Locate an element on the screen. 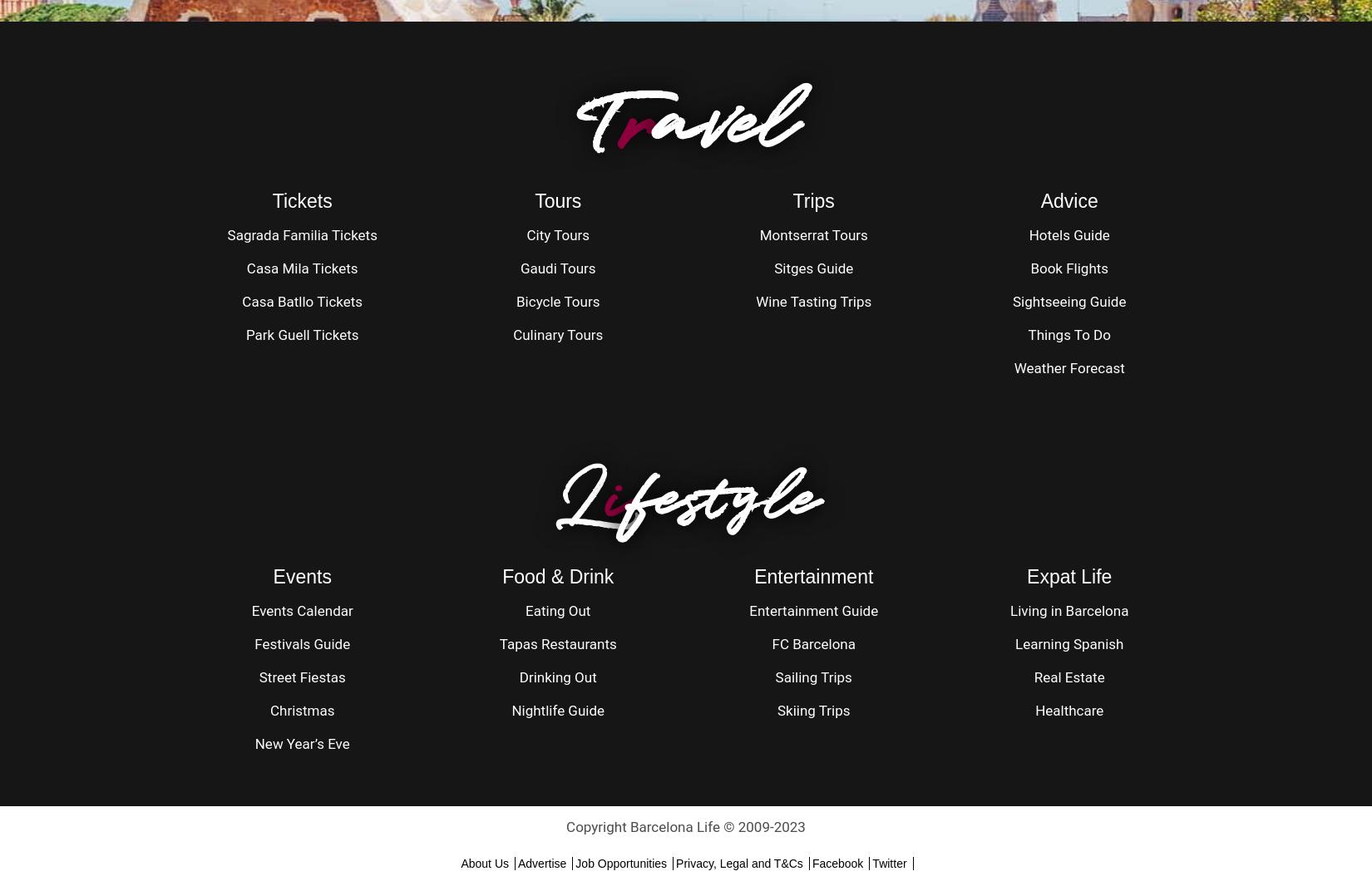  'Advertise' is located at coordinates (541, 862).